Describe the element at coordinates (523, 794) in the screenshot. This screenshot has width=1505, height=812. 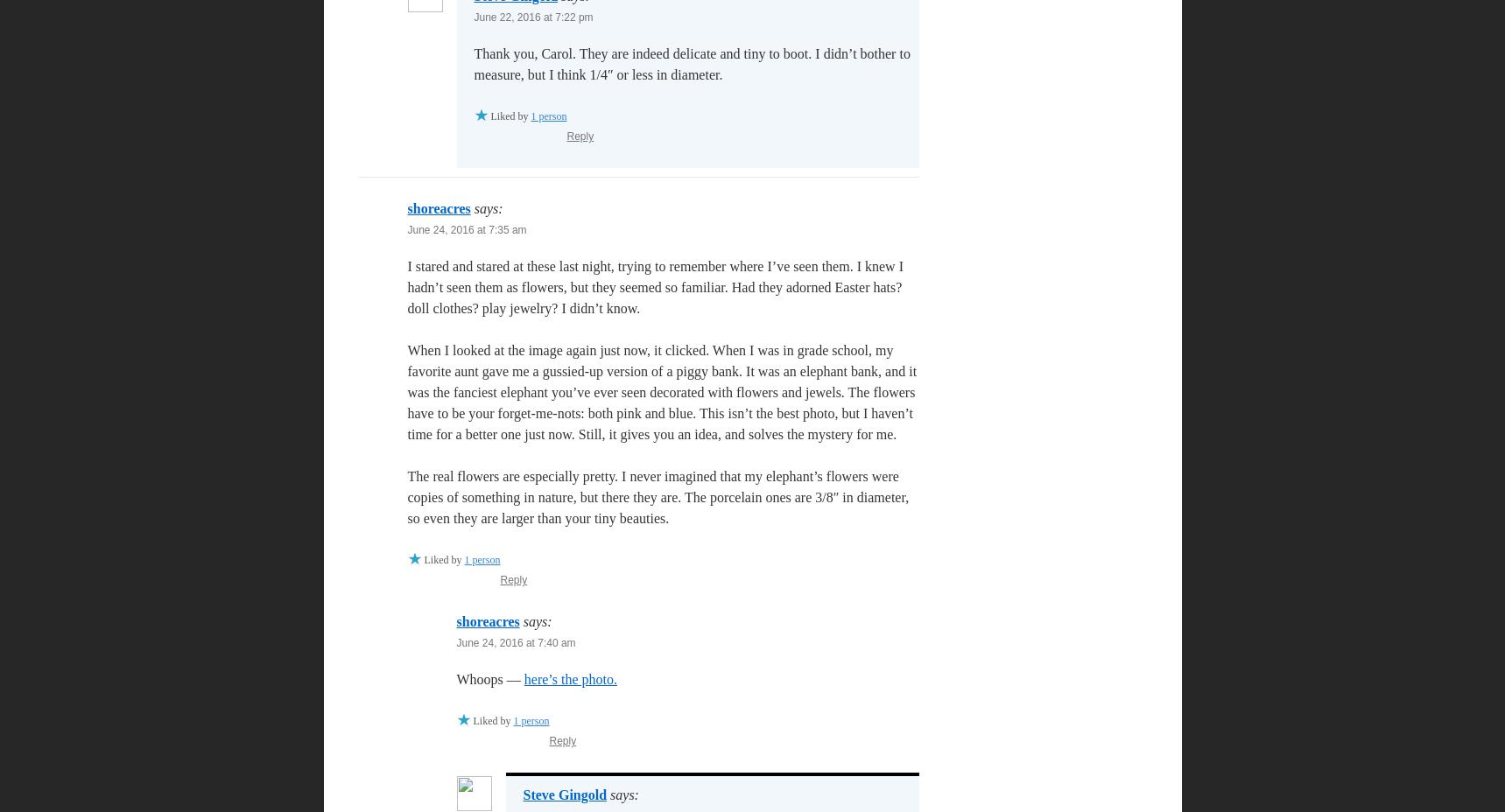
I see `'Steve Gingold'` at that location.